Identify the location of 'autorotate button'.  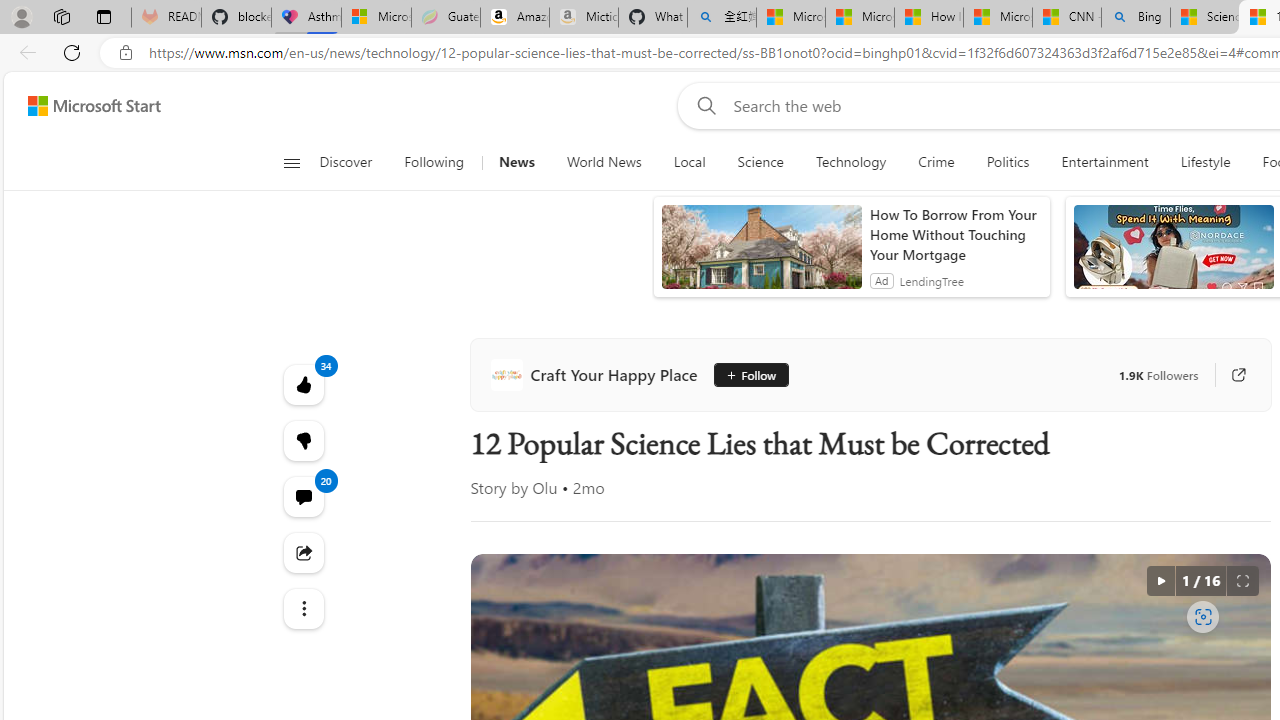
(1160, 581).